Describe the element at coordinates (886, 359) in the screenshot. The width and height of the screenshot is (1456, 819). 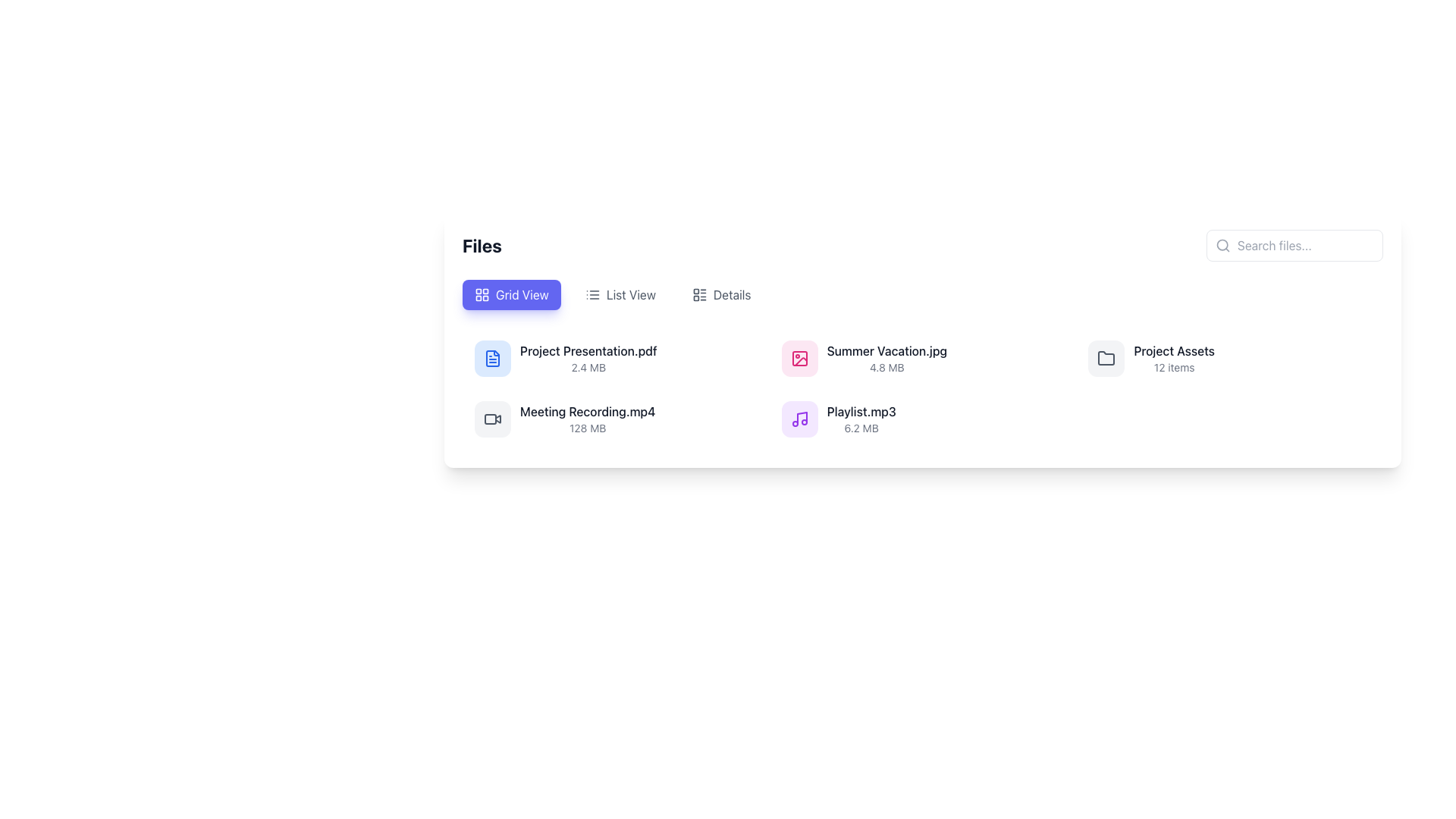
I see `the file information display for 'Summer Vacation.jpg'` at that location.